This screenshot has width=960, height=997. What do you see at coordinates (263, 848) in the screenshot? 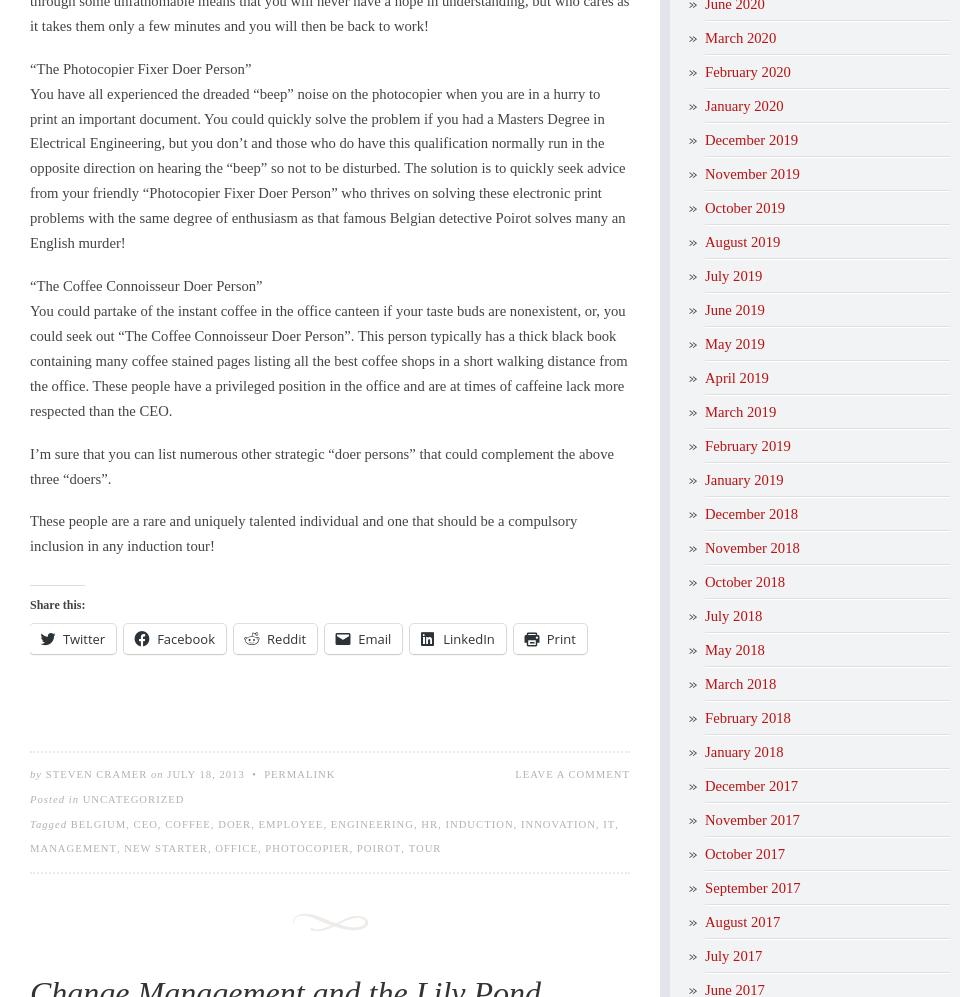
I see `'photocopier'` at bounding box center [263, 848].